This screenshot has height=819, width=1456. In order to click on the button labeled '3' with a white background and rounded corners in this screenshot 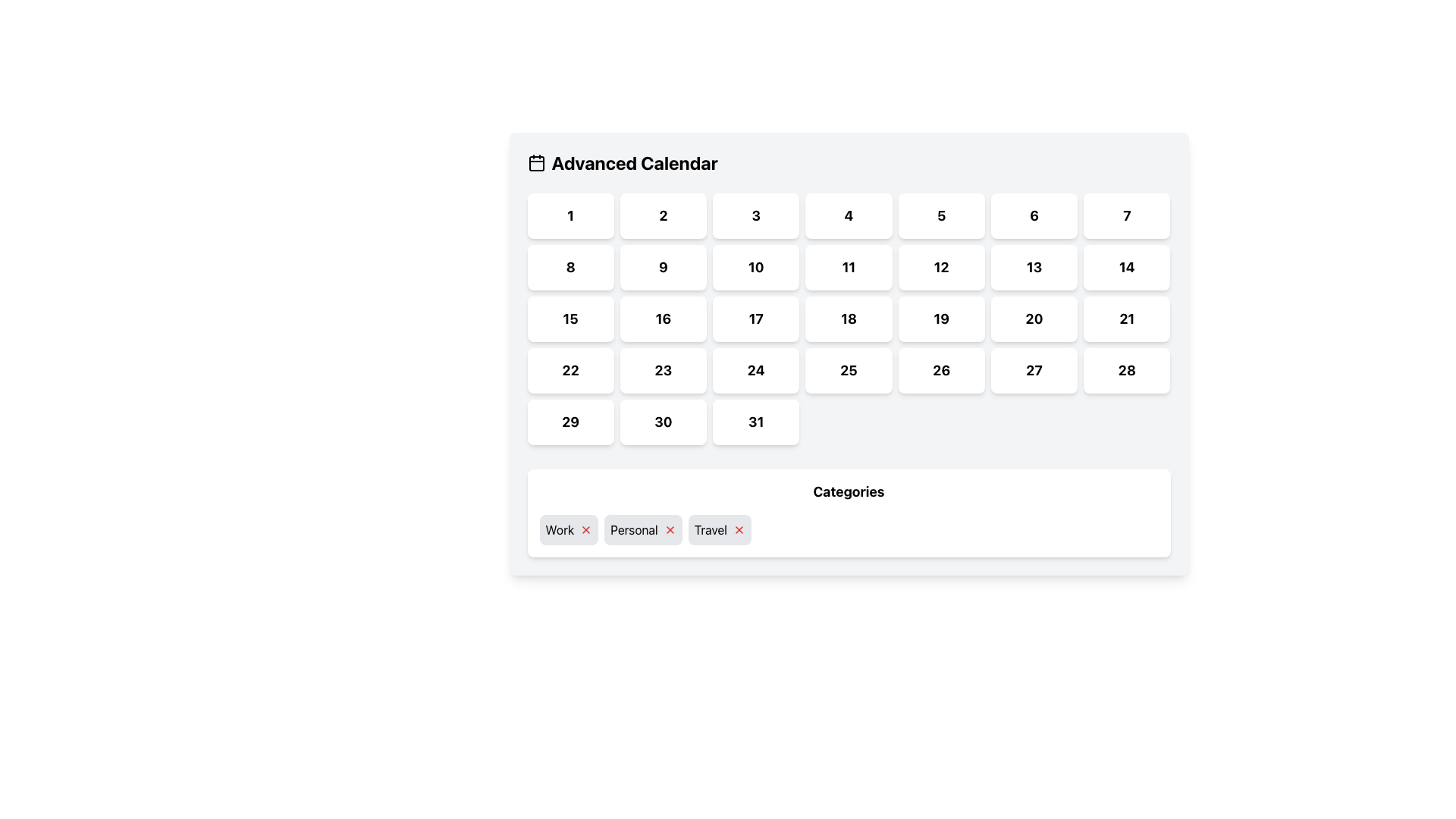, I will do `click(756, 216)`.